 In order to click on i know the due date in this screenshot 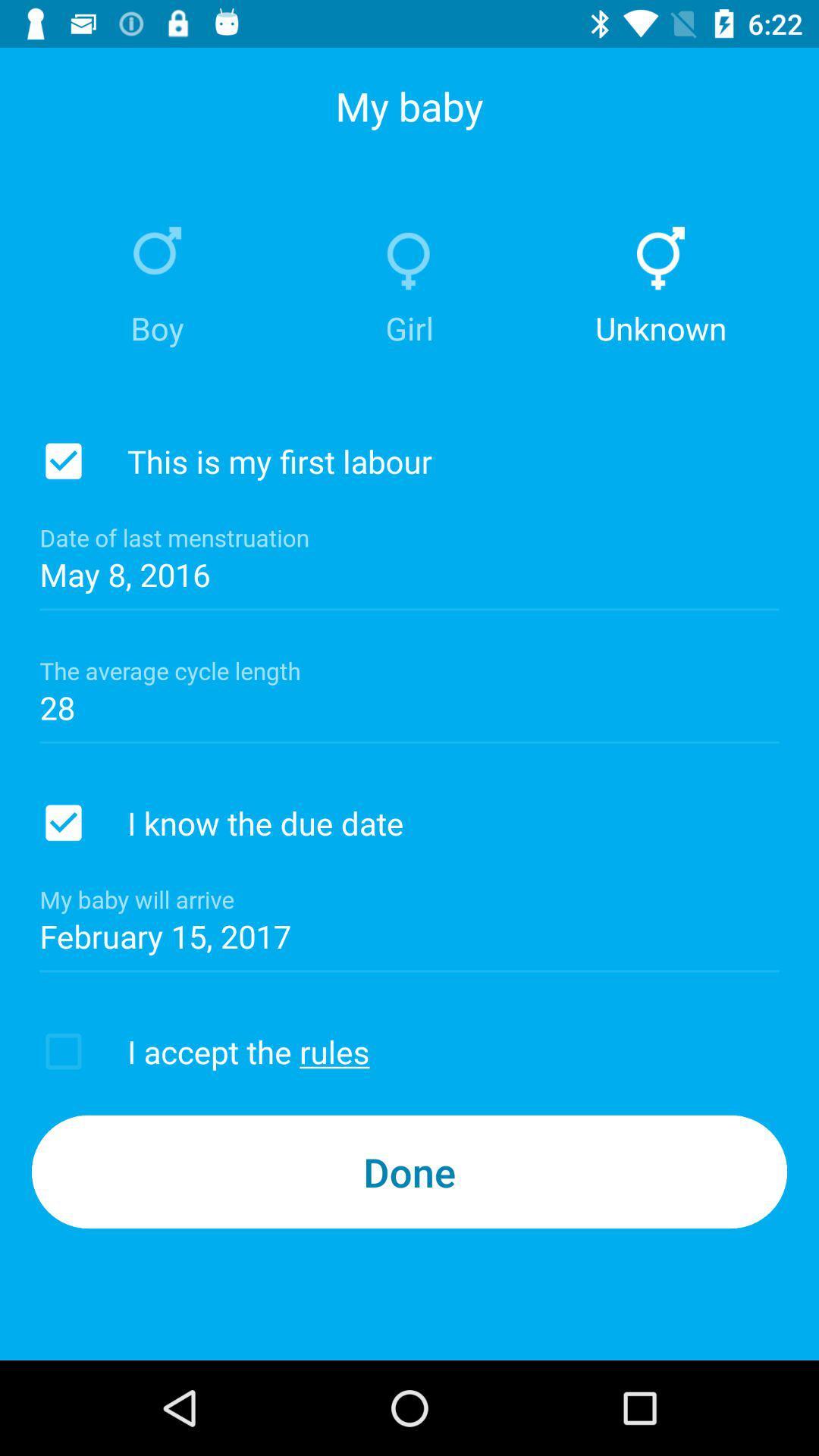, I will do `click(63, 822)`.